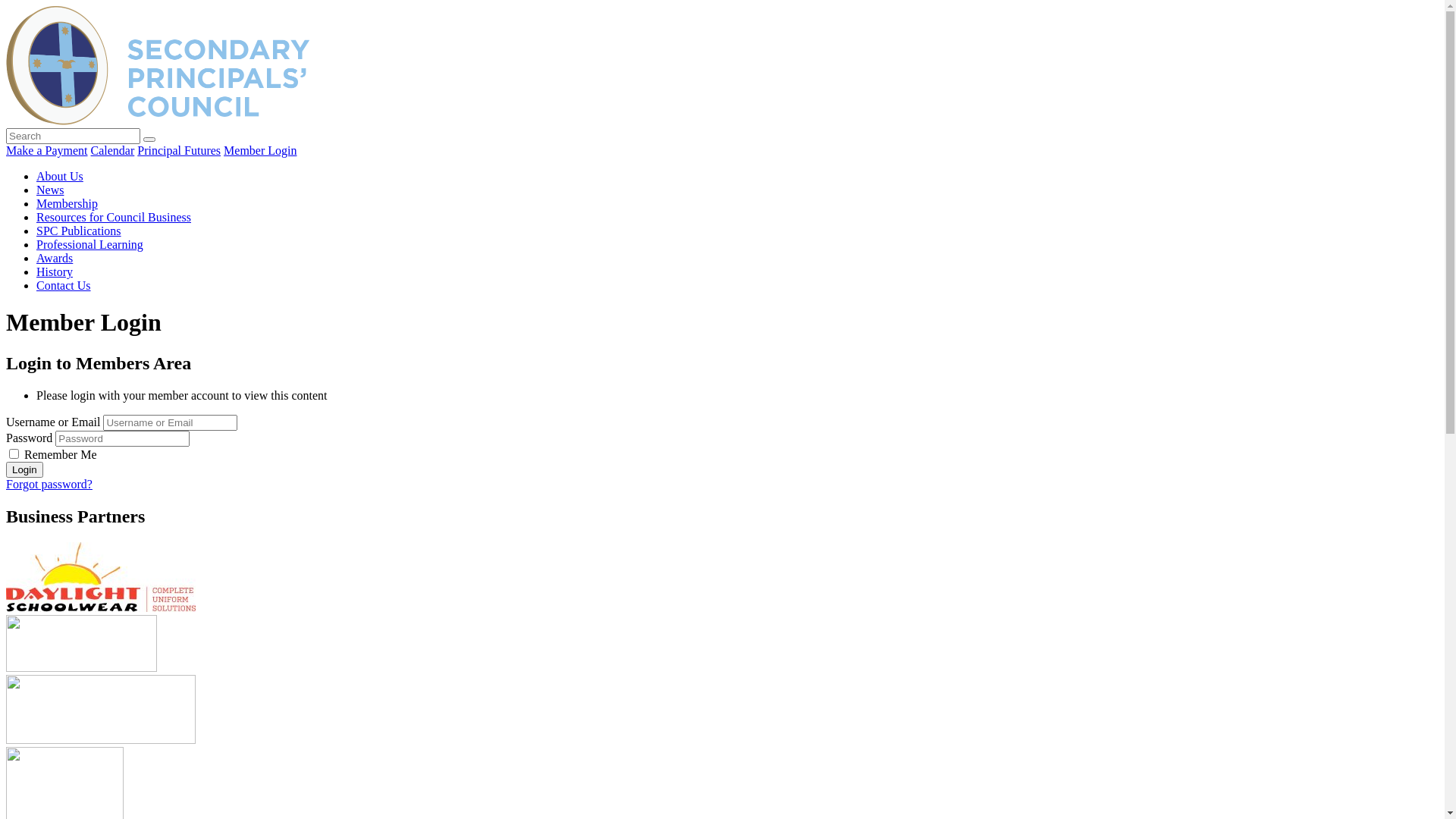 The image size is (1456, 819). What do you see at coordinates (36, 189) in the screenshot?
I see `'News'` at bounding box center [36, 189].